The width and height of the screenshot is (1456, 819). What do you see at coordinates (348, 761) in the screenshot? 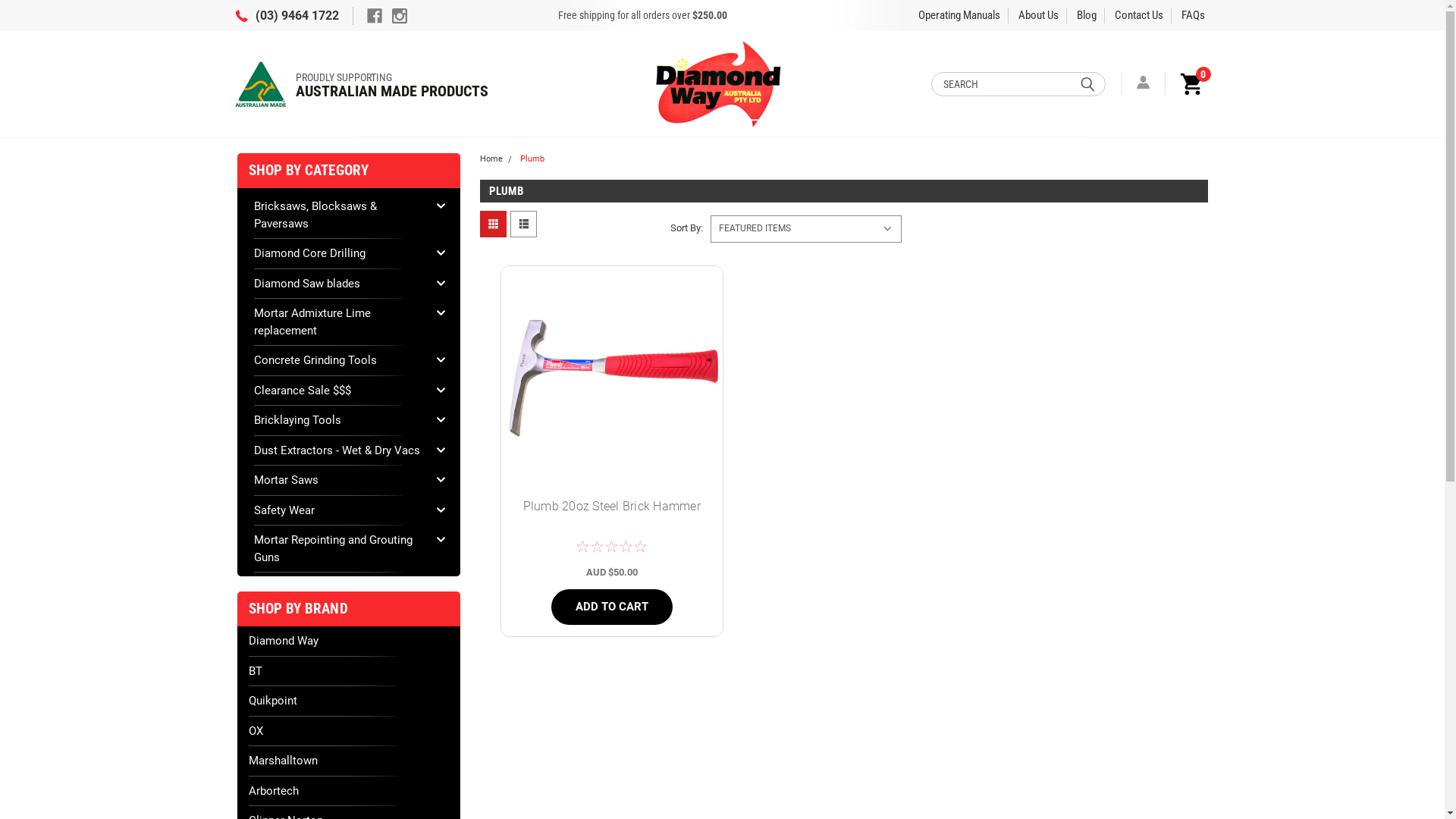
I see `'Marshalltown'` at bounding box center [348, 761].